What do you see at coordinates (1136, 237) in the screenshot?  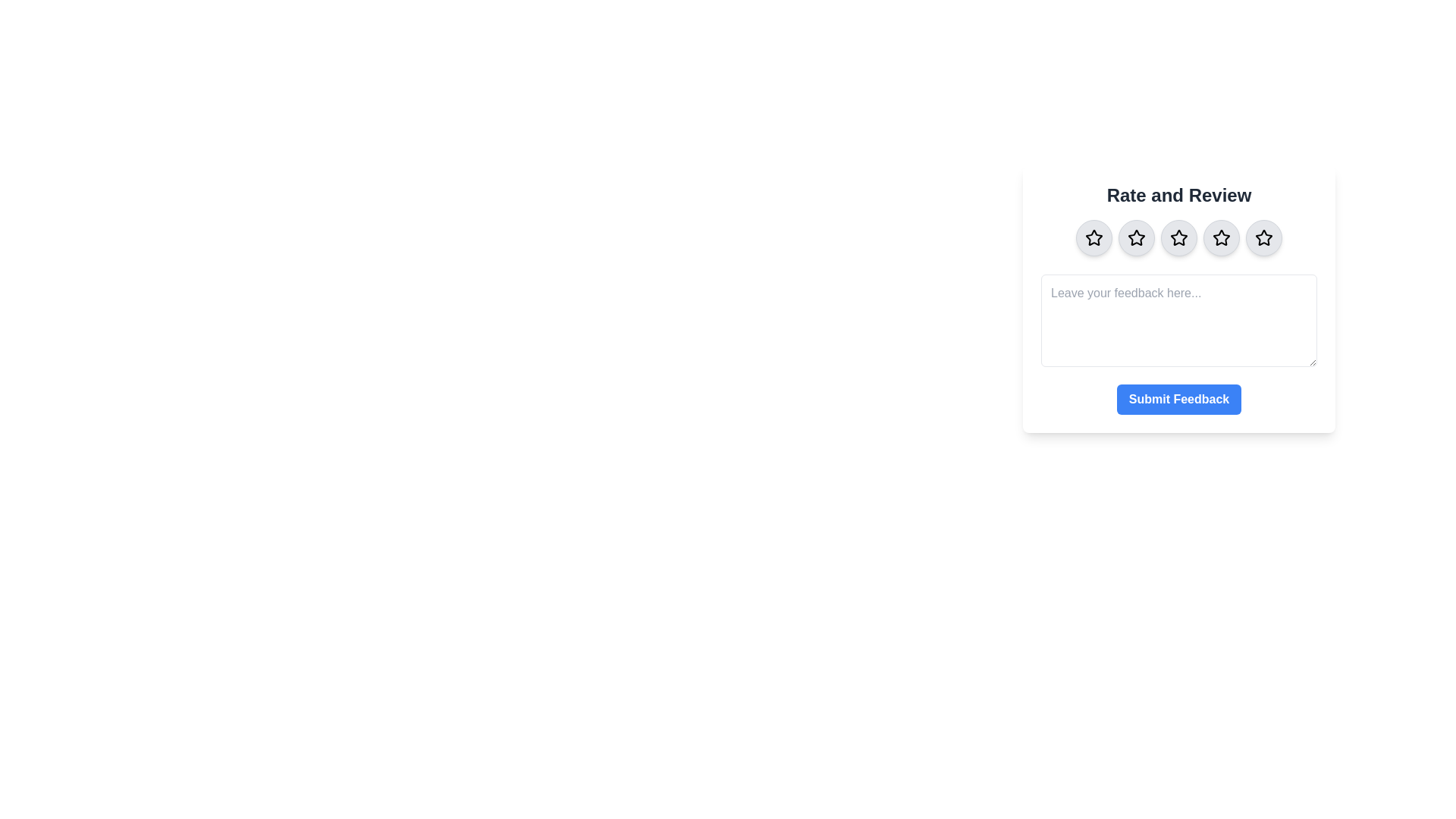 I see `the rating button represented by a star icon` at bounding box center [1136, 237].